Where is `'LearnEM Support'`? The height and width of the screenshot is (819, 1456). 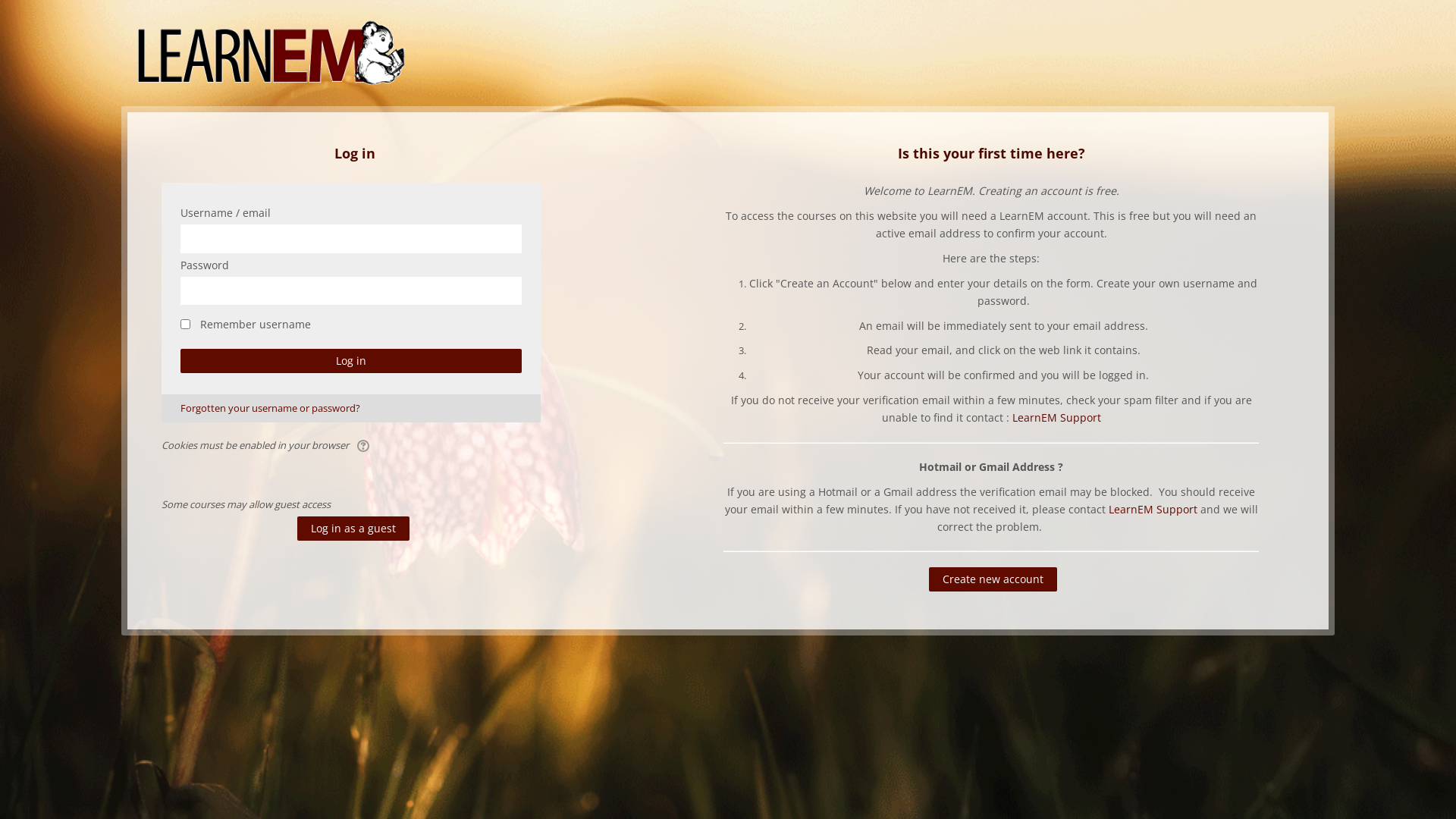
'LearnEM Support' is located at coordinates (1056, 417).